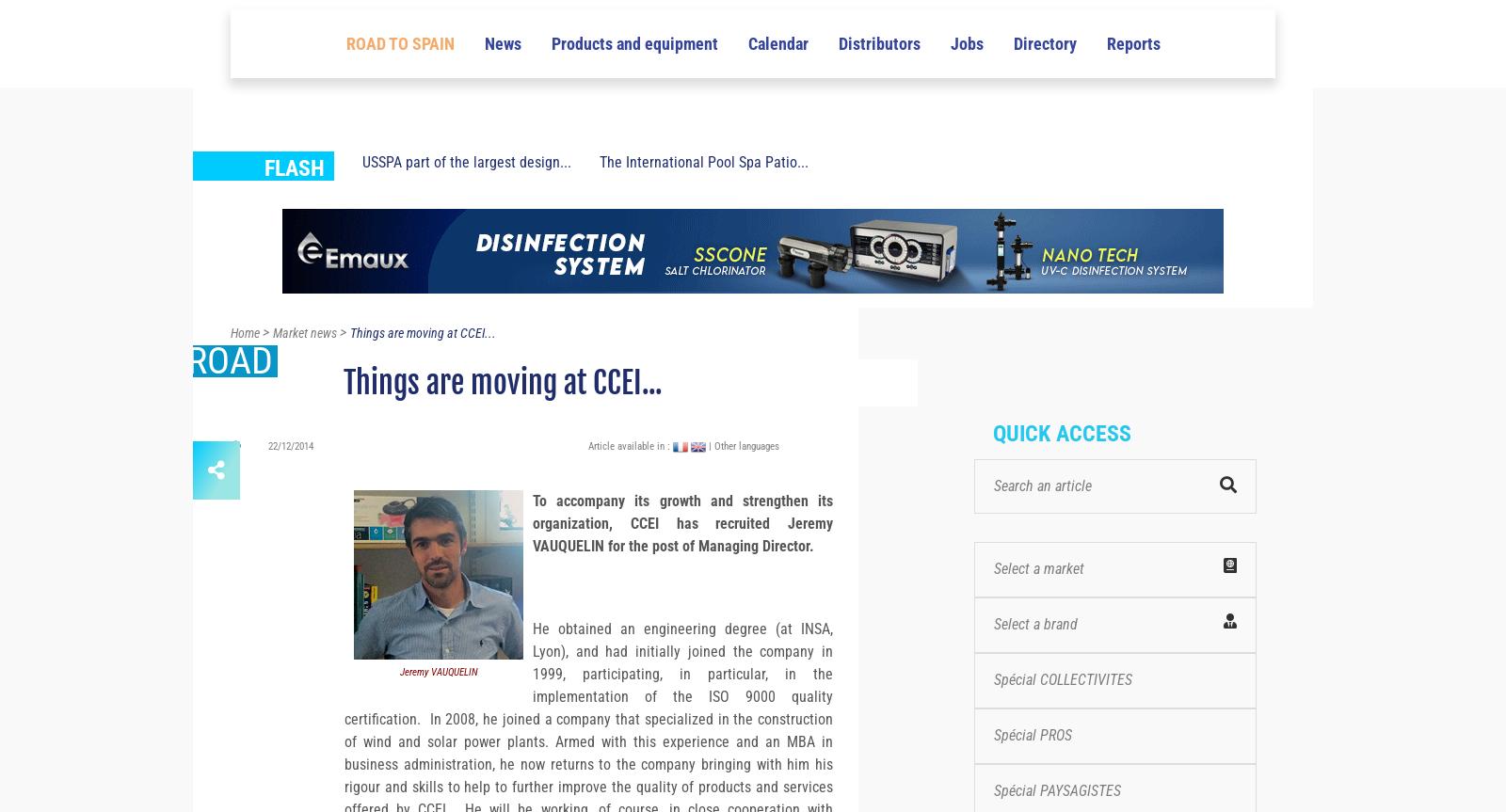 The height and width of the screenshot is (812, 1506). Describe the element at coordinates (633, 135) in the screenshot. I see `'Products and equipment'` at that location.